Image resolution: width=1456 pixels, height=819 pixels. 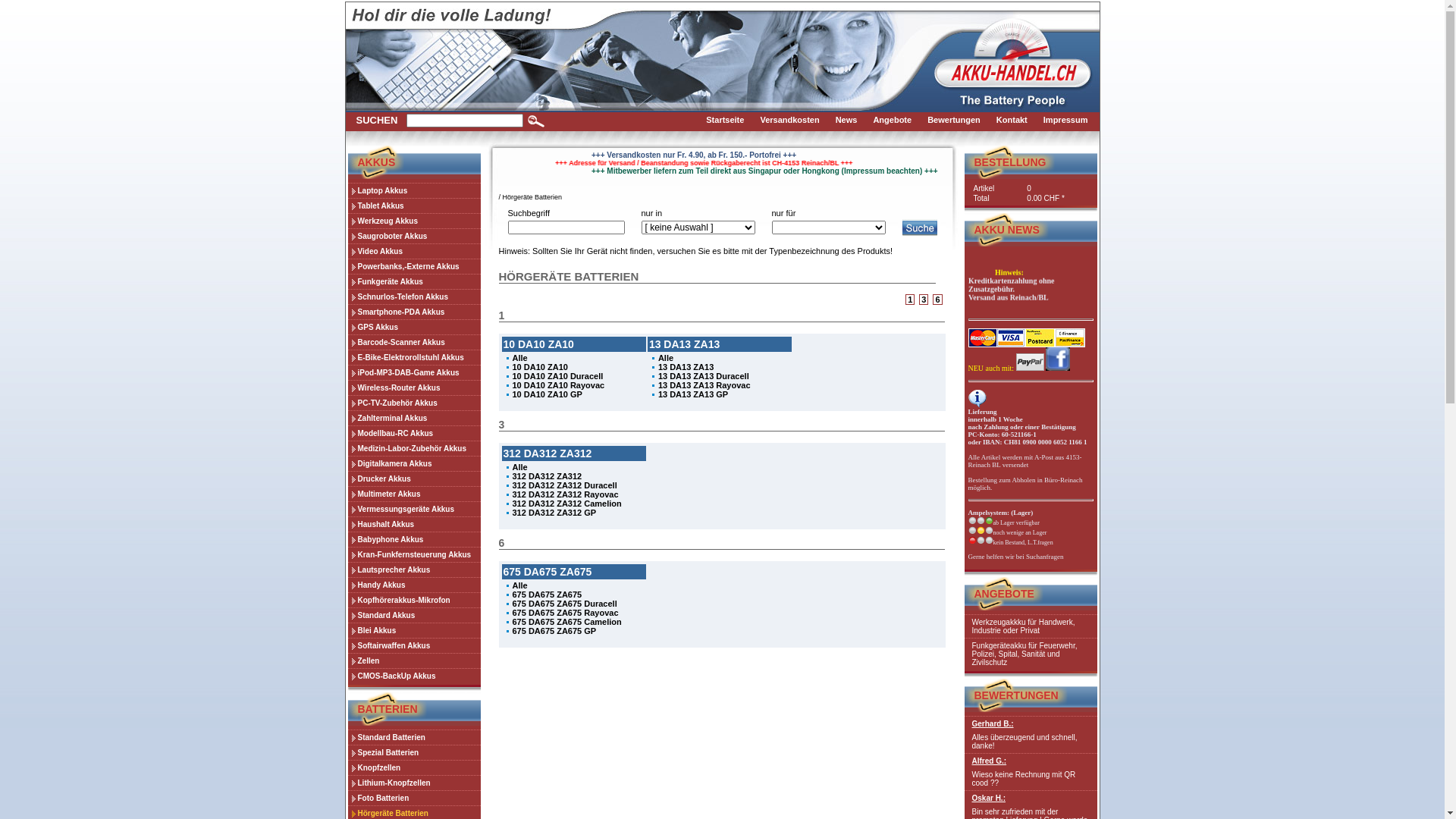 I want to click on 'Startseite', so click(x=729, y=120).